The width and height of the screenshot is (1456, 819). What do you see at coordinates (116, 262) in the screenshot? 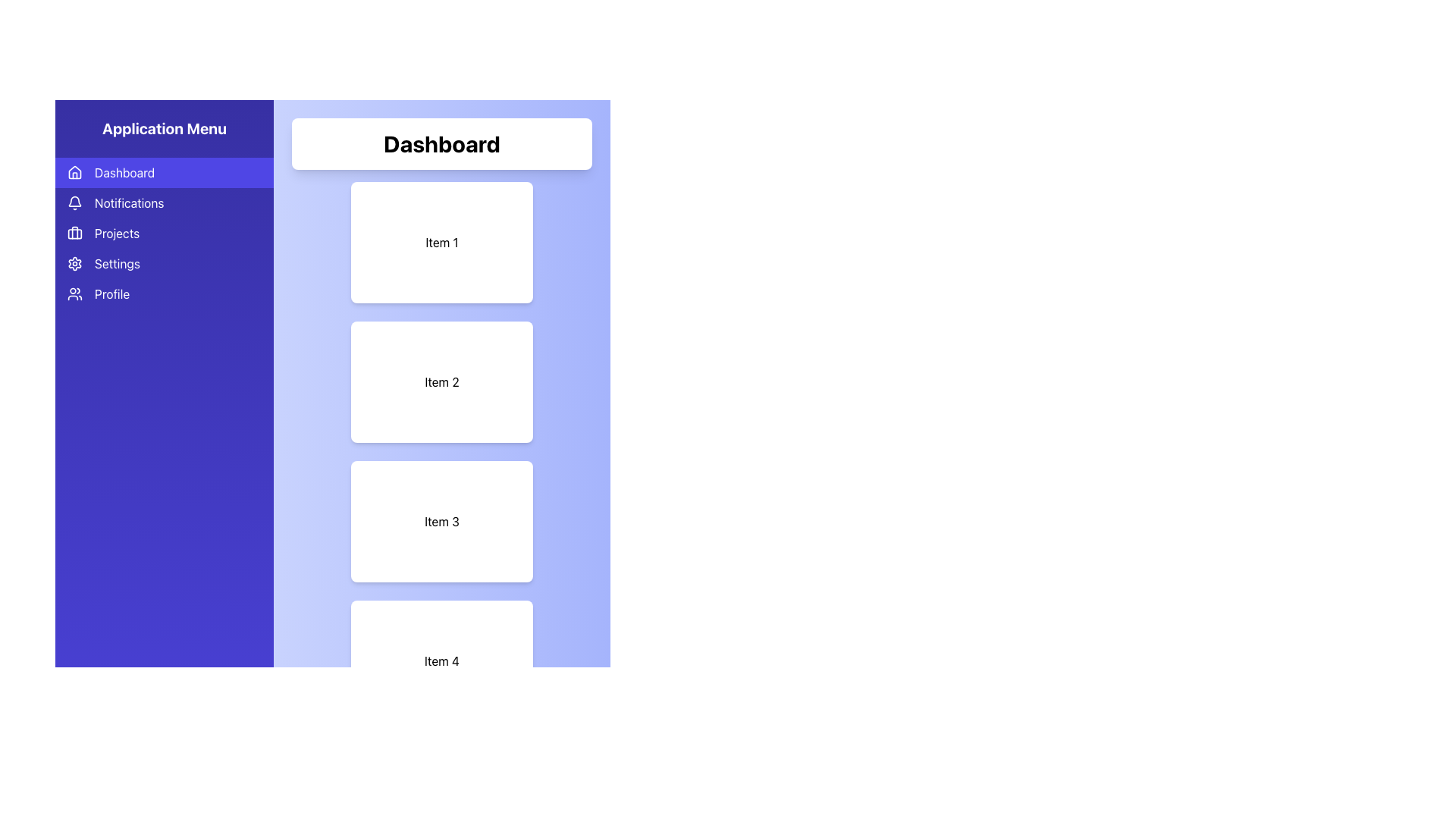
I see `the 'Settings' label in the sidebar` at bounding box center [116, 262].